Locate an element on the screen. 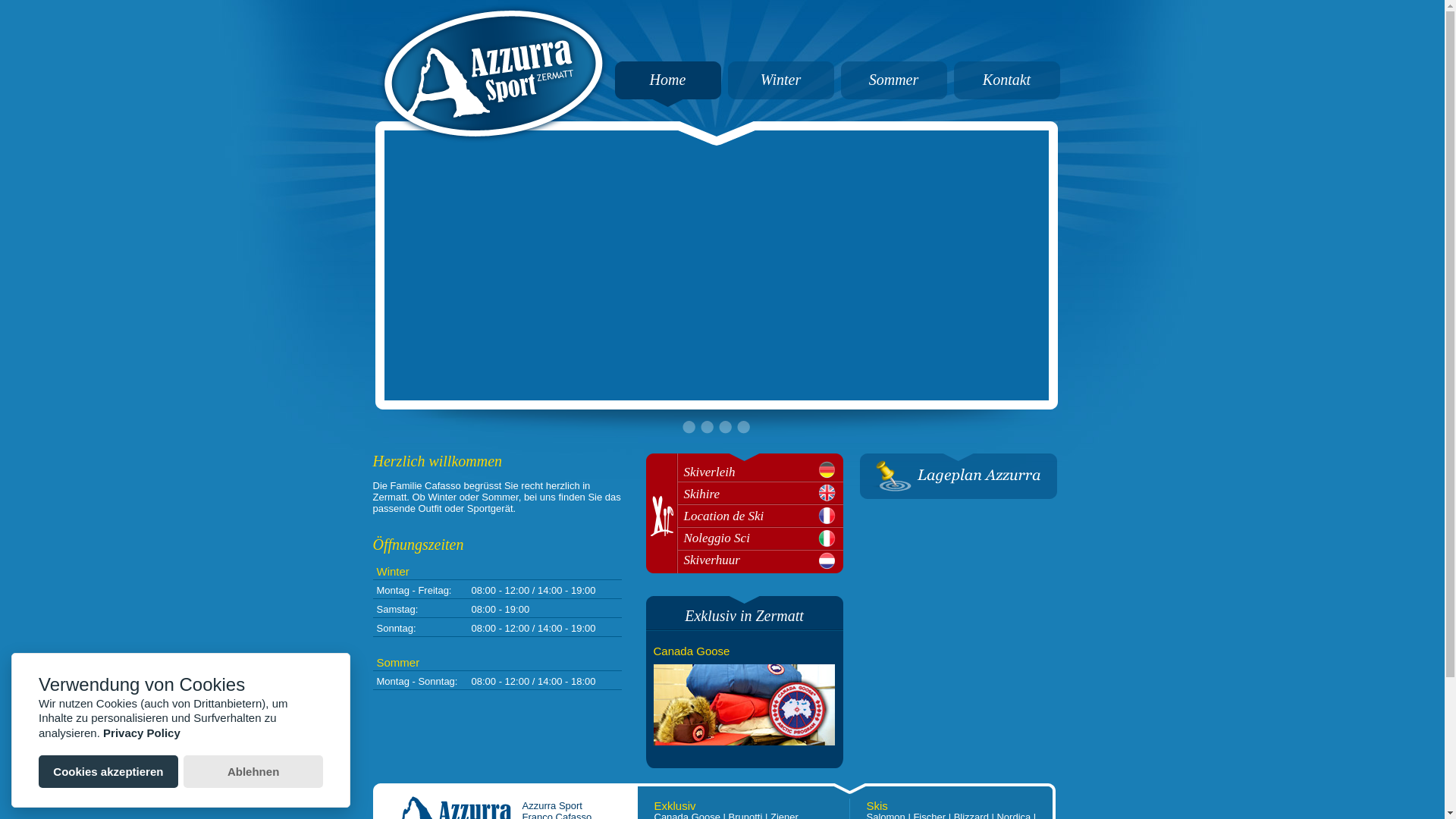 The image size is (1456, 819). 'Skihire' is located at coordinates (764, 494).